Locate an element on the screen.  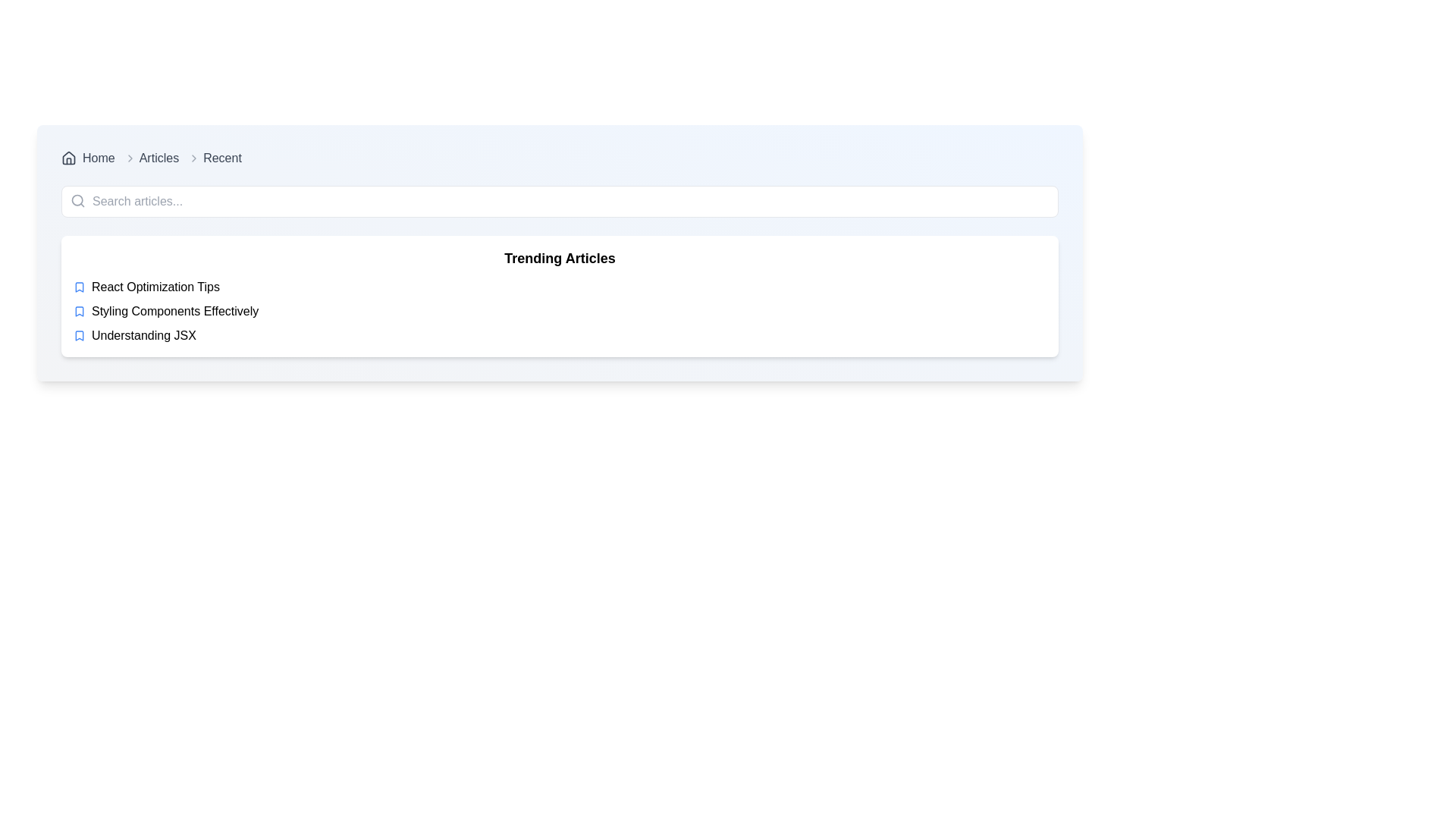
the separator icon in the breadcrumb navigation bar located between 'Articles' and 'Recent' is located at coordinates (130, 158).